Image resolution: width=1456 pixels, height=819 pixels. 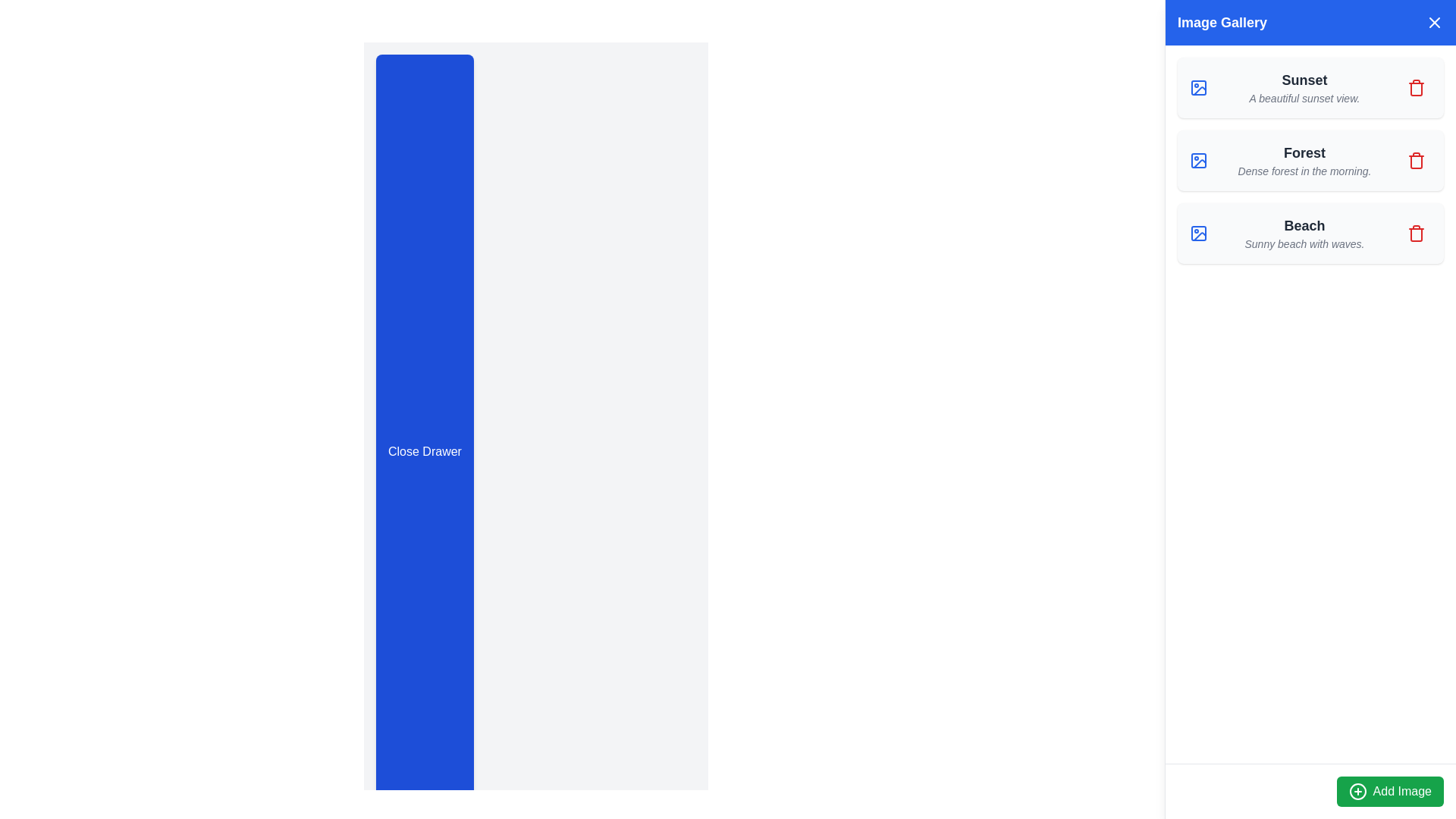 What do you see at coordinates (1304, 225) in the screenshot?
I see `the title text for the image description 'Sunny beach with waves.' located in the third item of the vertical list within the 'Image Gallery' panel` at bounding box center [1304, 225].